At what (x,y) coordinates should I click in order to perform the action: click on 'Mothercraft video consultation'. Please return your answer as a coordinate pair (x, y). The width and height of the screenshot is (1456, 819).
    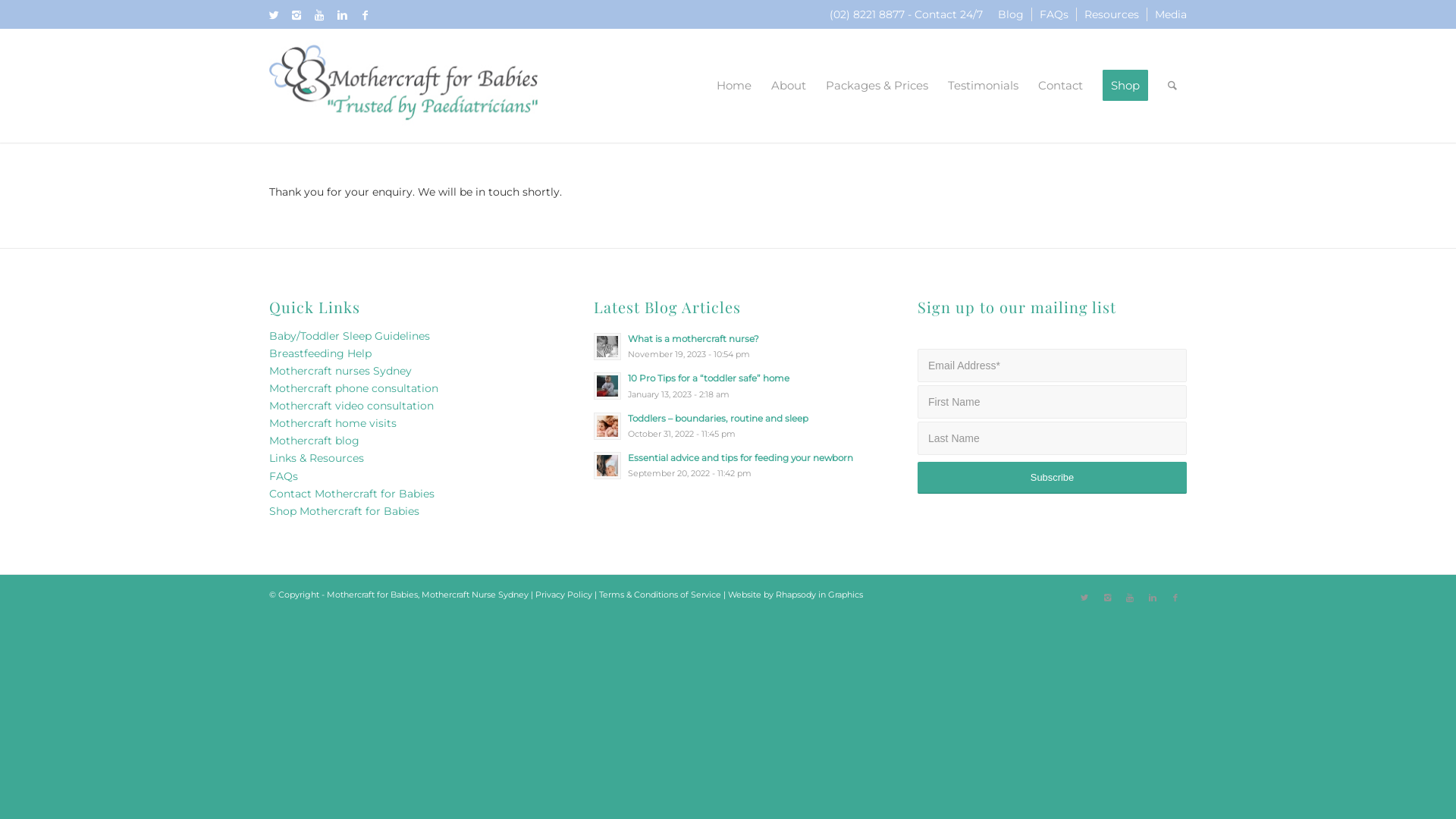
    Looking at the image, I should click on (350, 405).